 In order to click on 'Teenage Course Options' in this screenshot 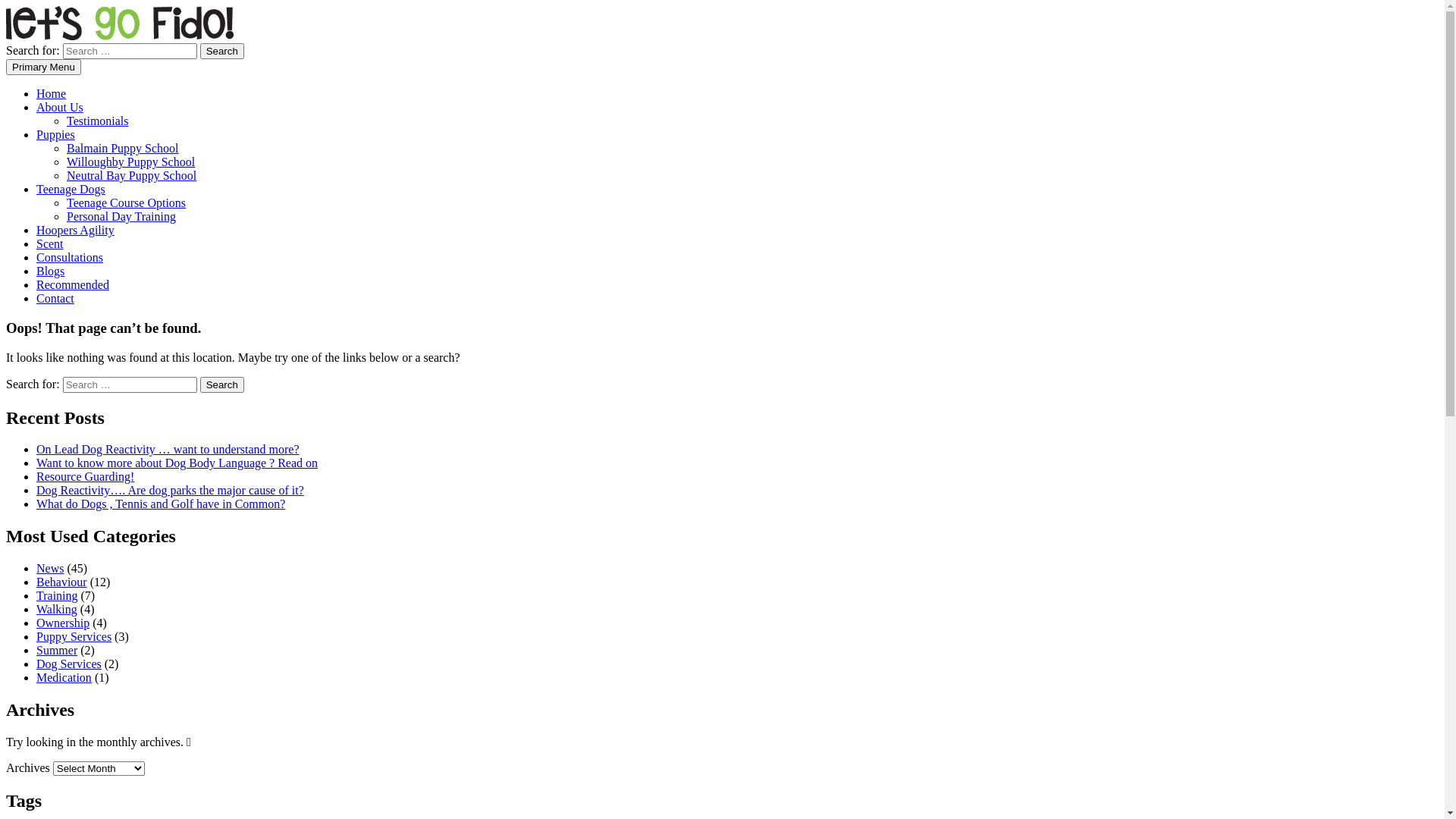, I will do `click(126, 202)`.